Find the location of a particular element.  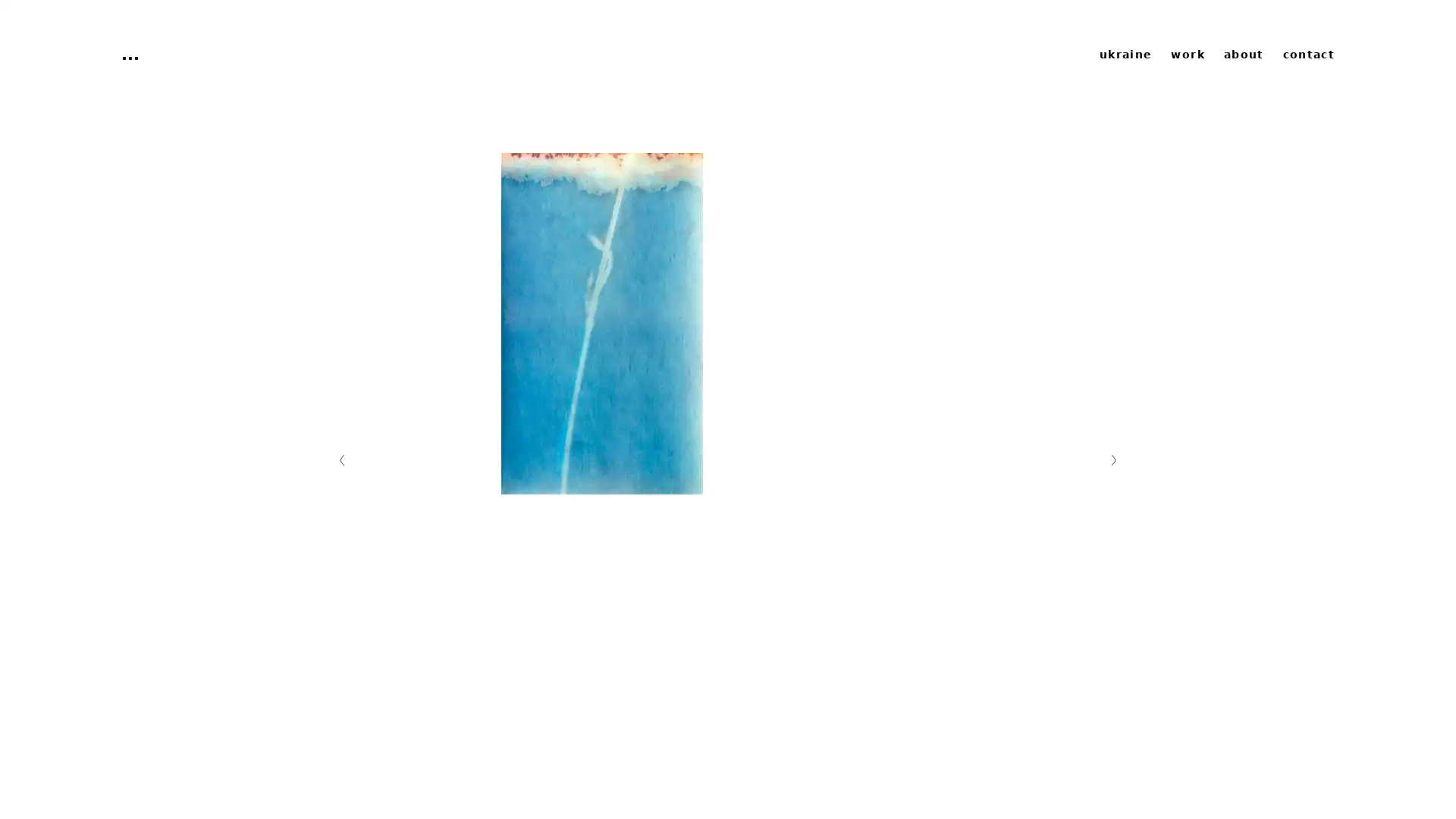

Nachste Folie is located at coordinates (1113, 459).